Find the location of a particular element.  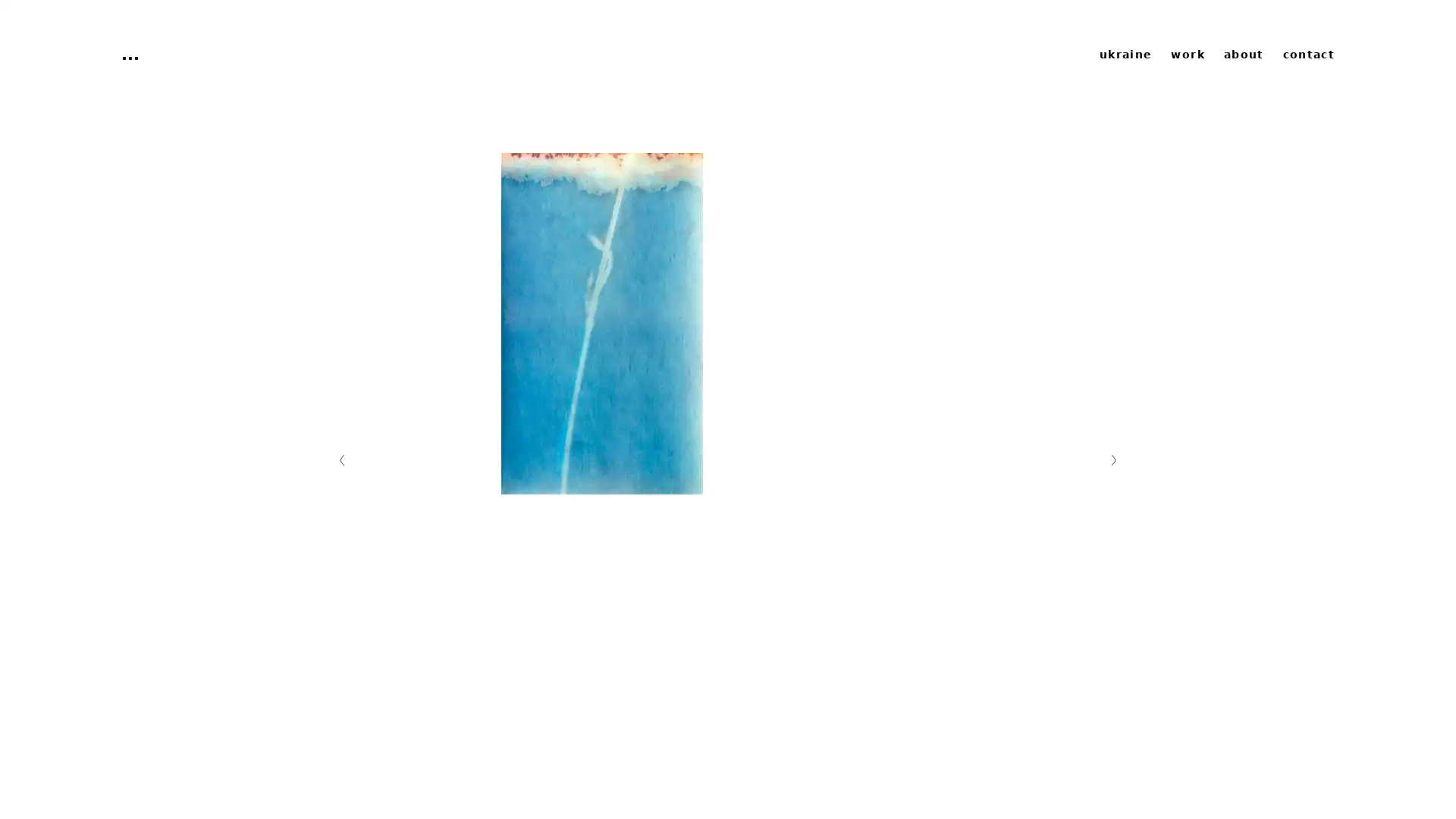

Nachste Folie is located at coordinates (1113, 459).